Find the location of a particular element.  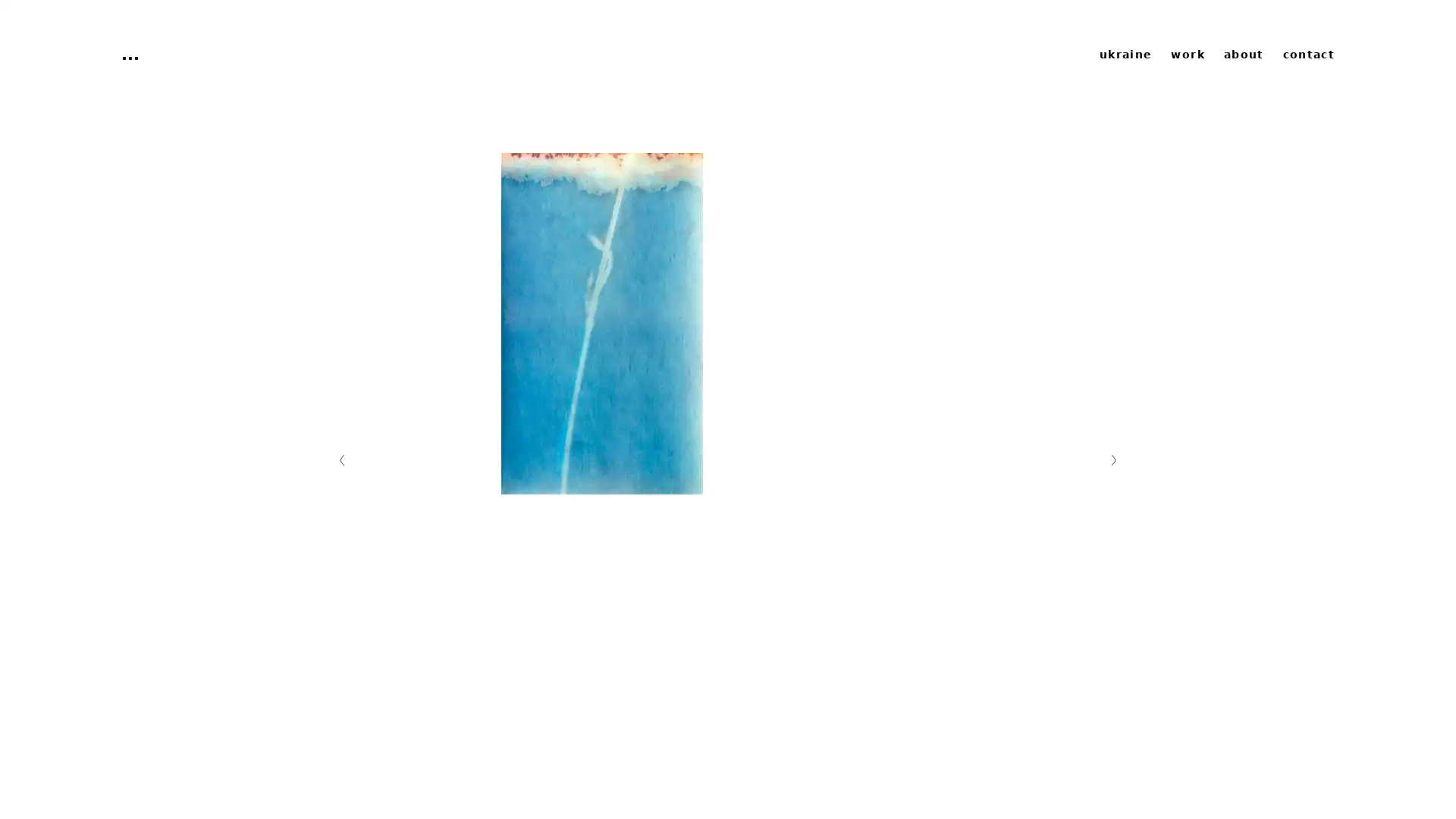

Nachste Folie is located at coordinates (1113, 459).